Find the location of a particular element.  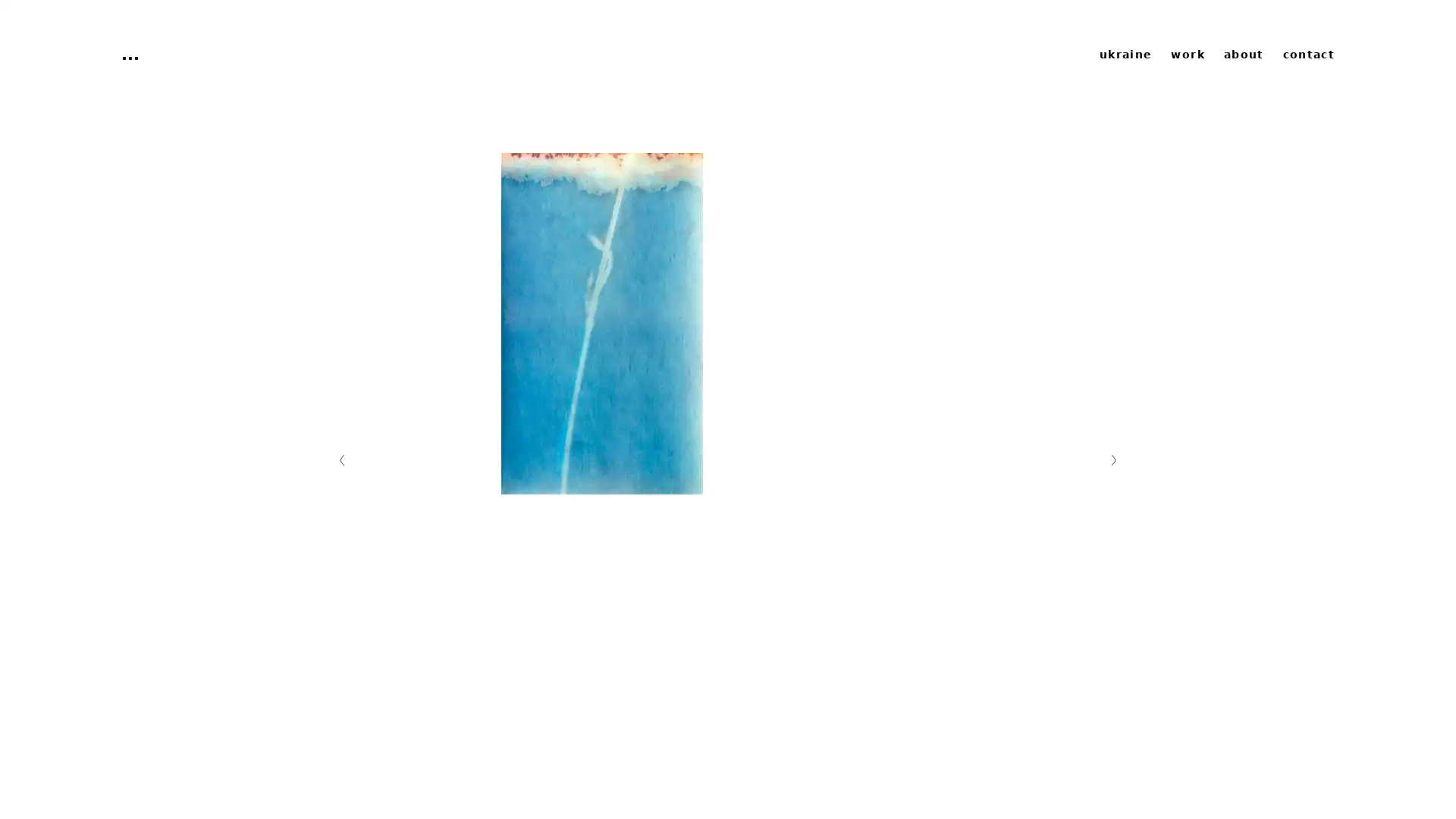

Nachste Folie is located at coordinates (1113, 459).